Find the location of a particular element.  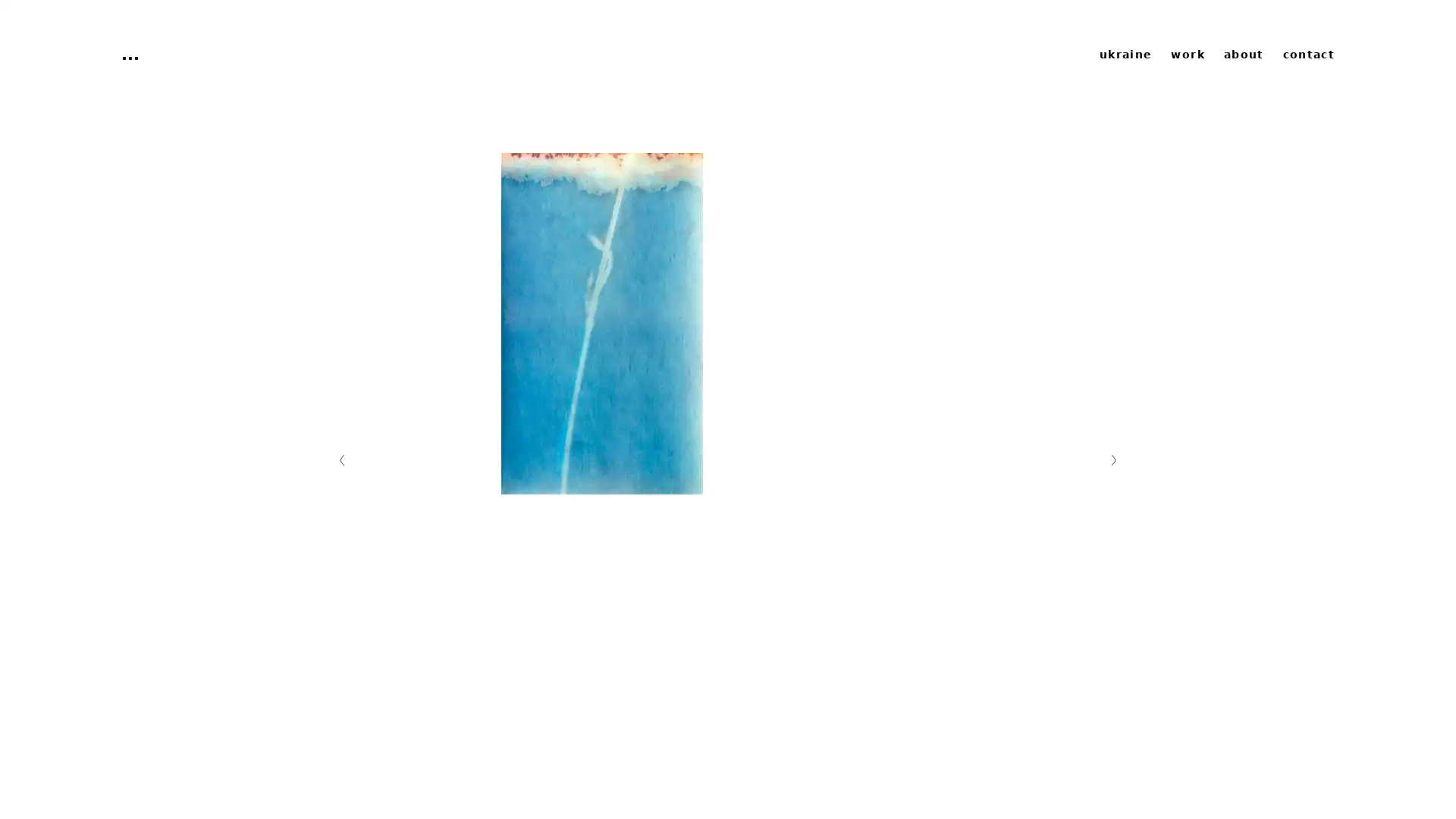

Nachste Folie is located at coordinates (1113, 459).